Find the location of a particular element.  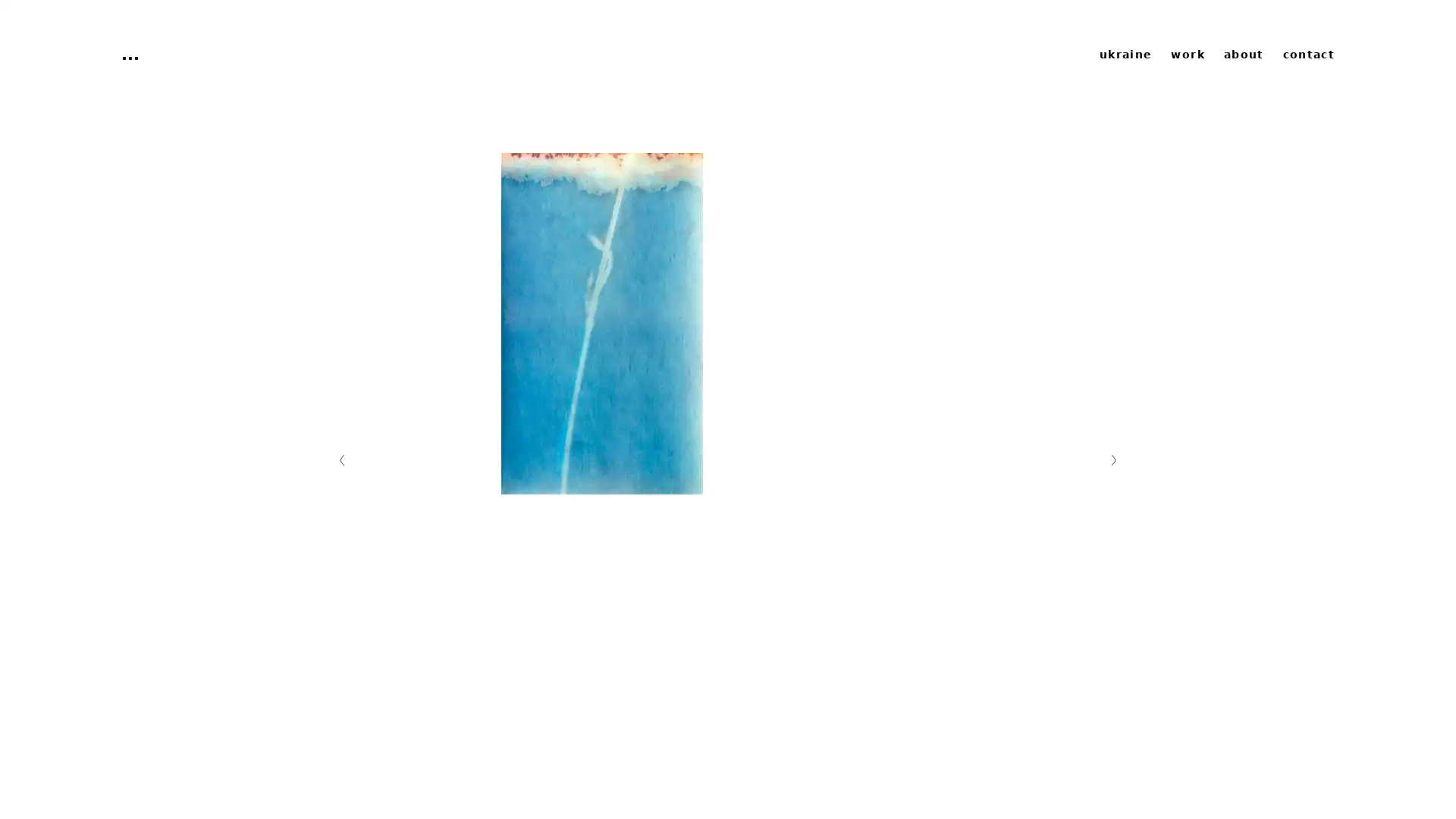

Nachste Folie is located at coordinates (1113, 459).